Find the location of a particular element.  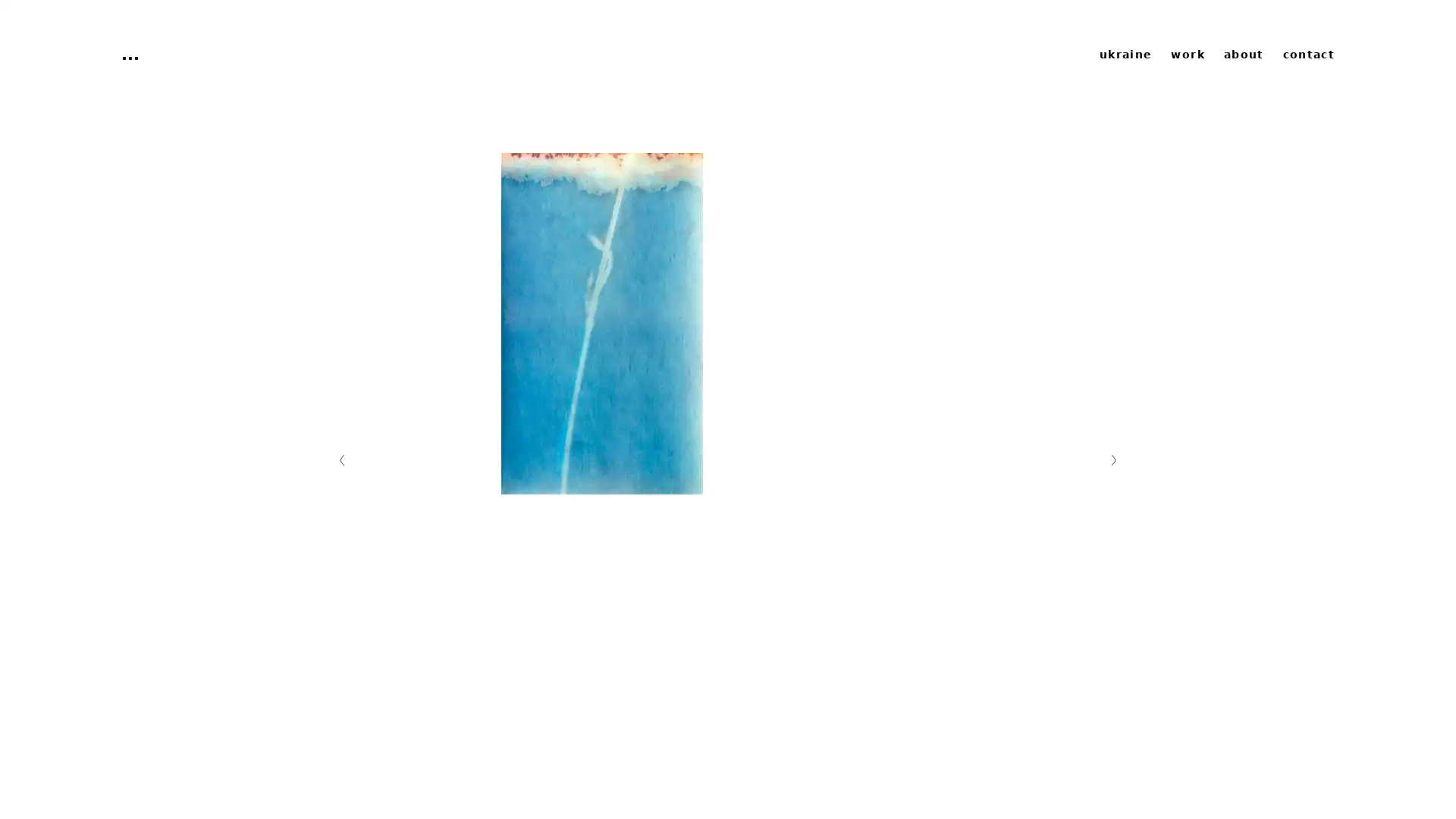

Nachste Folie is located at coordinates (1113, 459).